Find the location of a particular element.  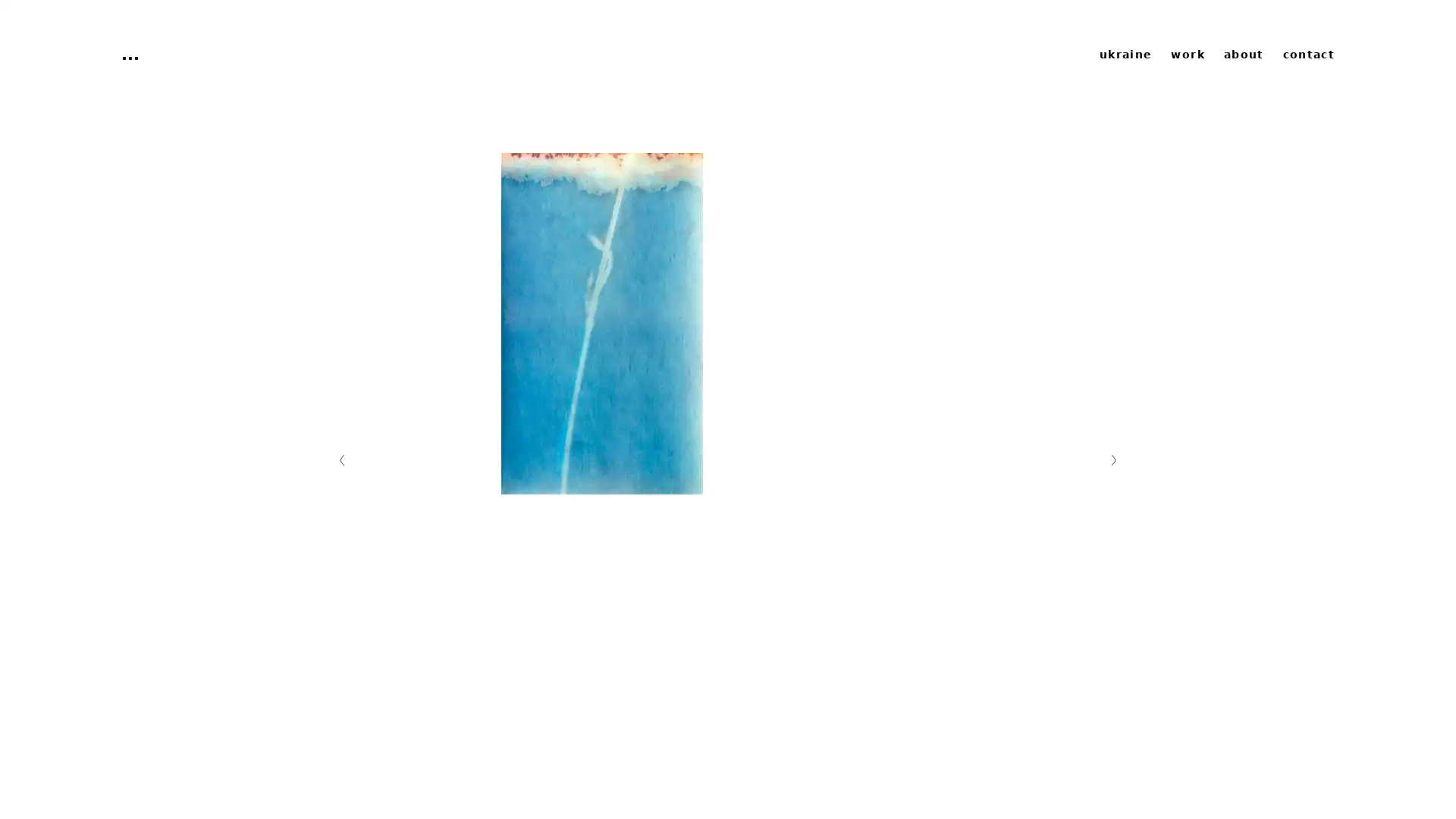

Nachste Folie is located at coordinates (1113, 459).